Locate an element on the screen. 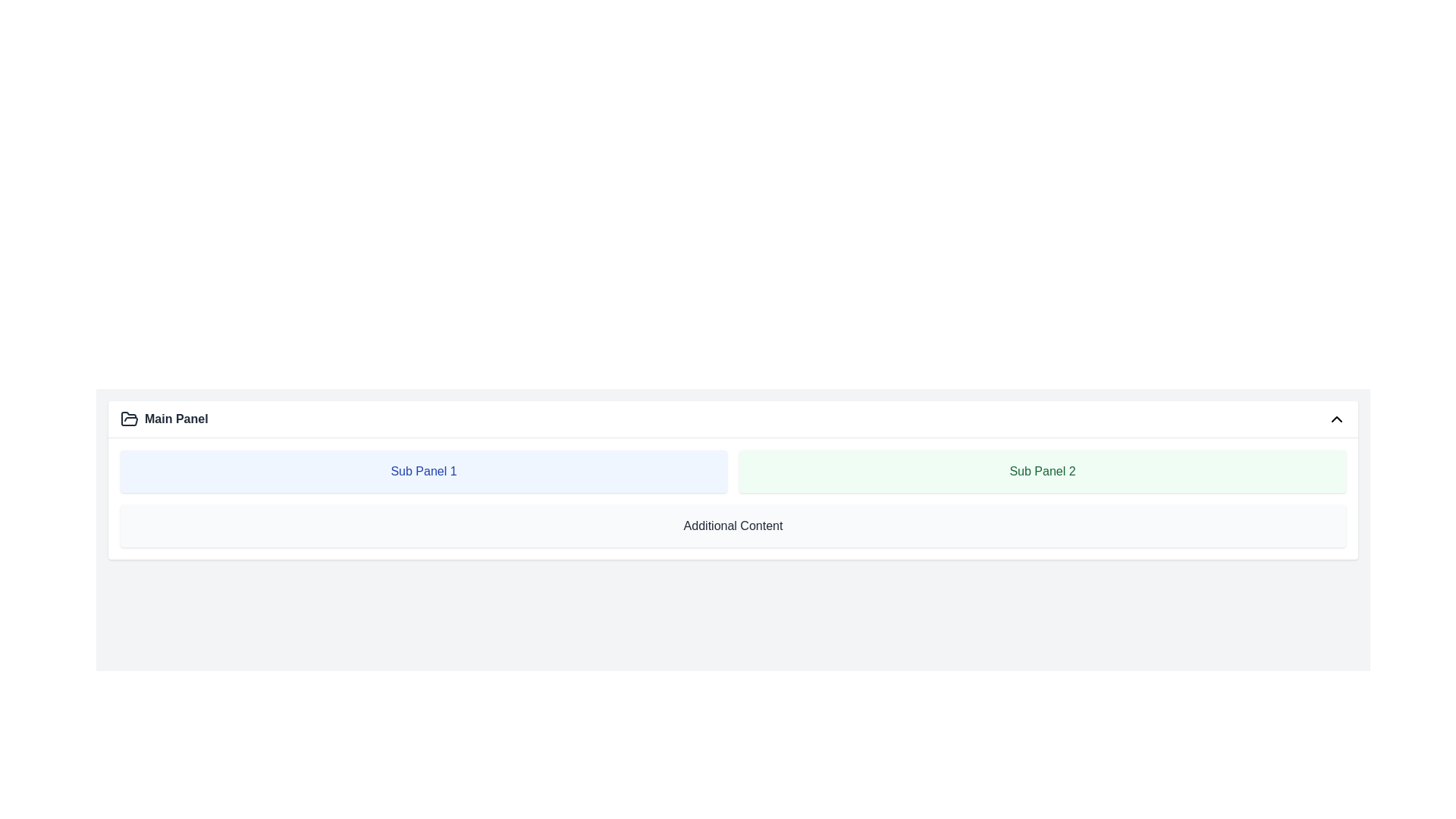 This screenshot has width=1456, height=819. the folder icon located at the leftmost side of the 'Main Panel' header, which is the first visual element preceding the text 'Main Panel' is located at coordinates (130, 419).